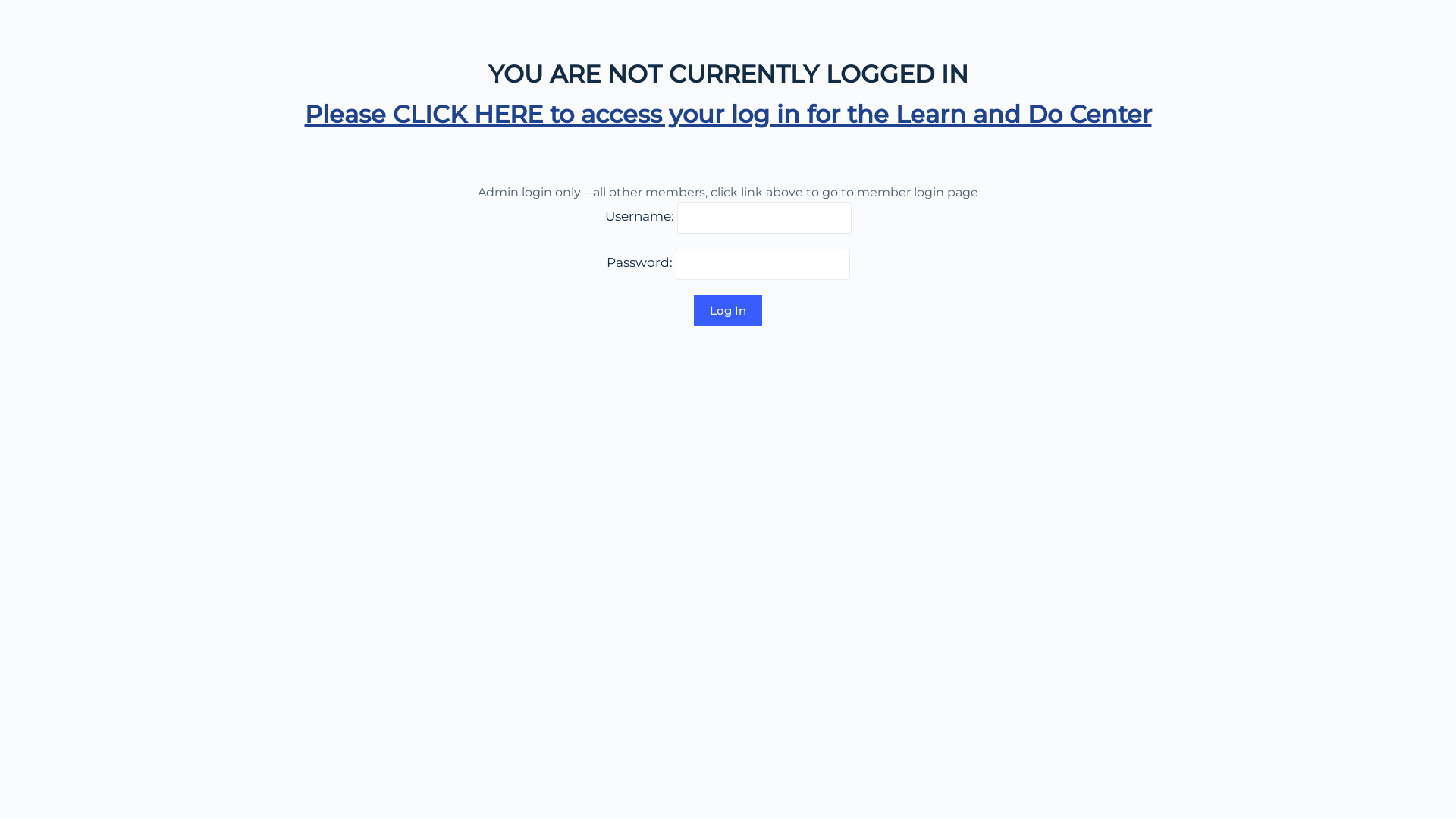  I want to click on 'Log In', so click(728, 309).